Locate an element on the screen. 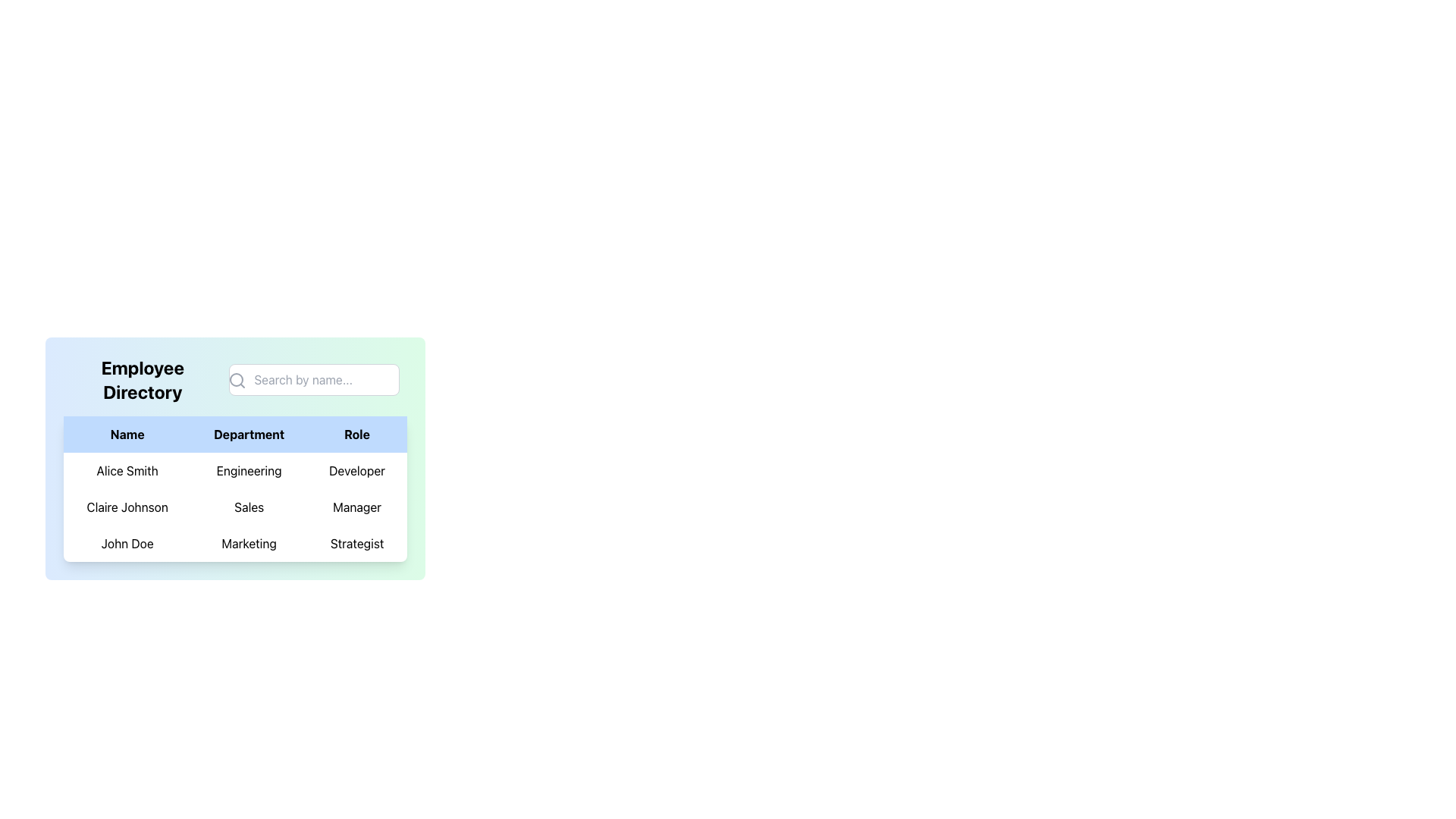  information in the first row of the employee directory table that contains the name 'Alice Smith', department 'Engineering', and role 'Developer' is located at coordinates (234, 470).